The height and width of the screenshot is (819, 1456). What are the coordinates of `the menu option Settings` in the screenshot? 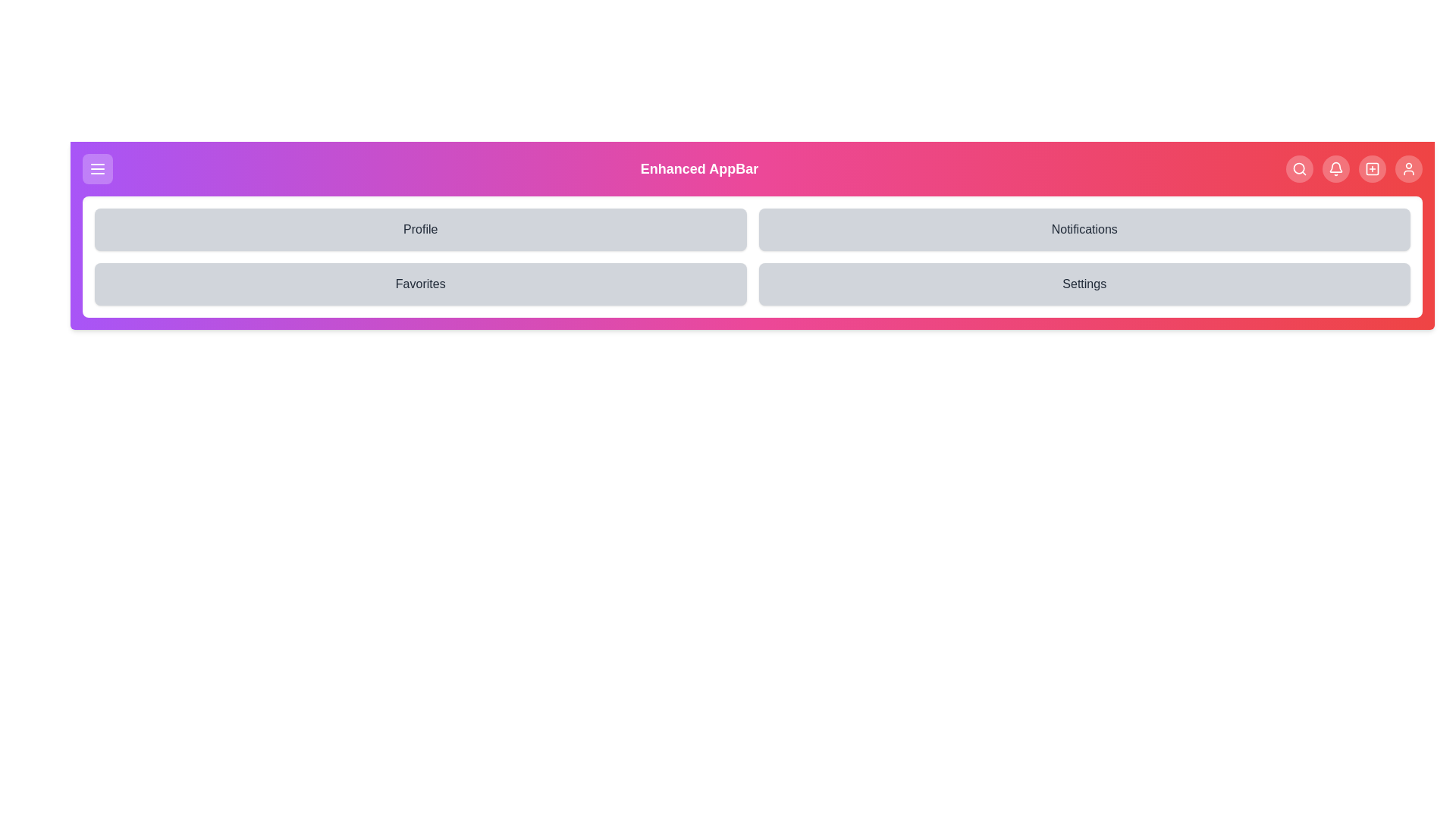 It's located at (1084, 284).